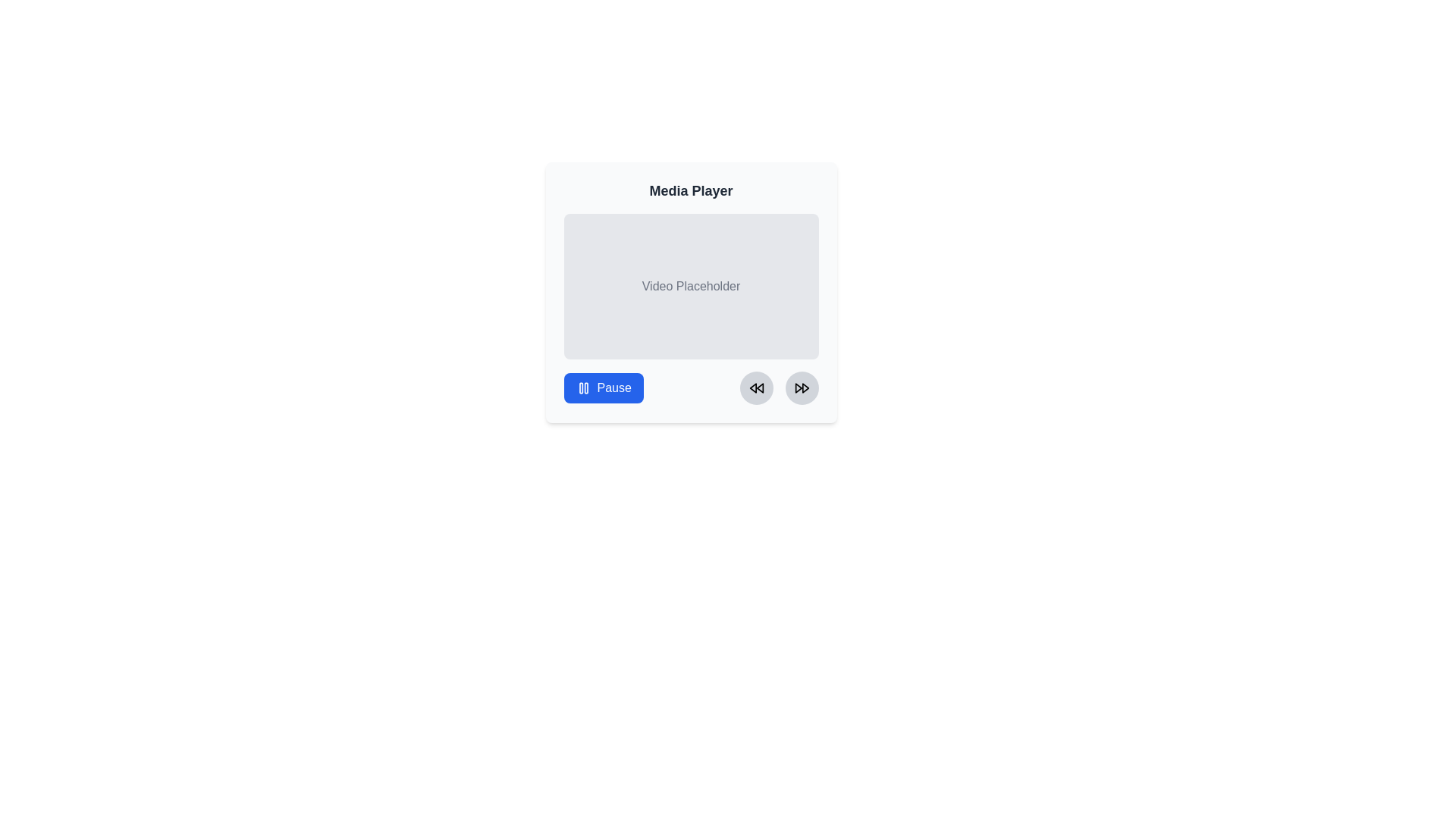 Image resolution: width=1456 pixels, height=819 pixels. What do you see at coordinates (582, 388) in the screenshot?
I see `the 'Pause' icon located at the bottom-left corner of the media player interface` at bounding box center [582, 388].